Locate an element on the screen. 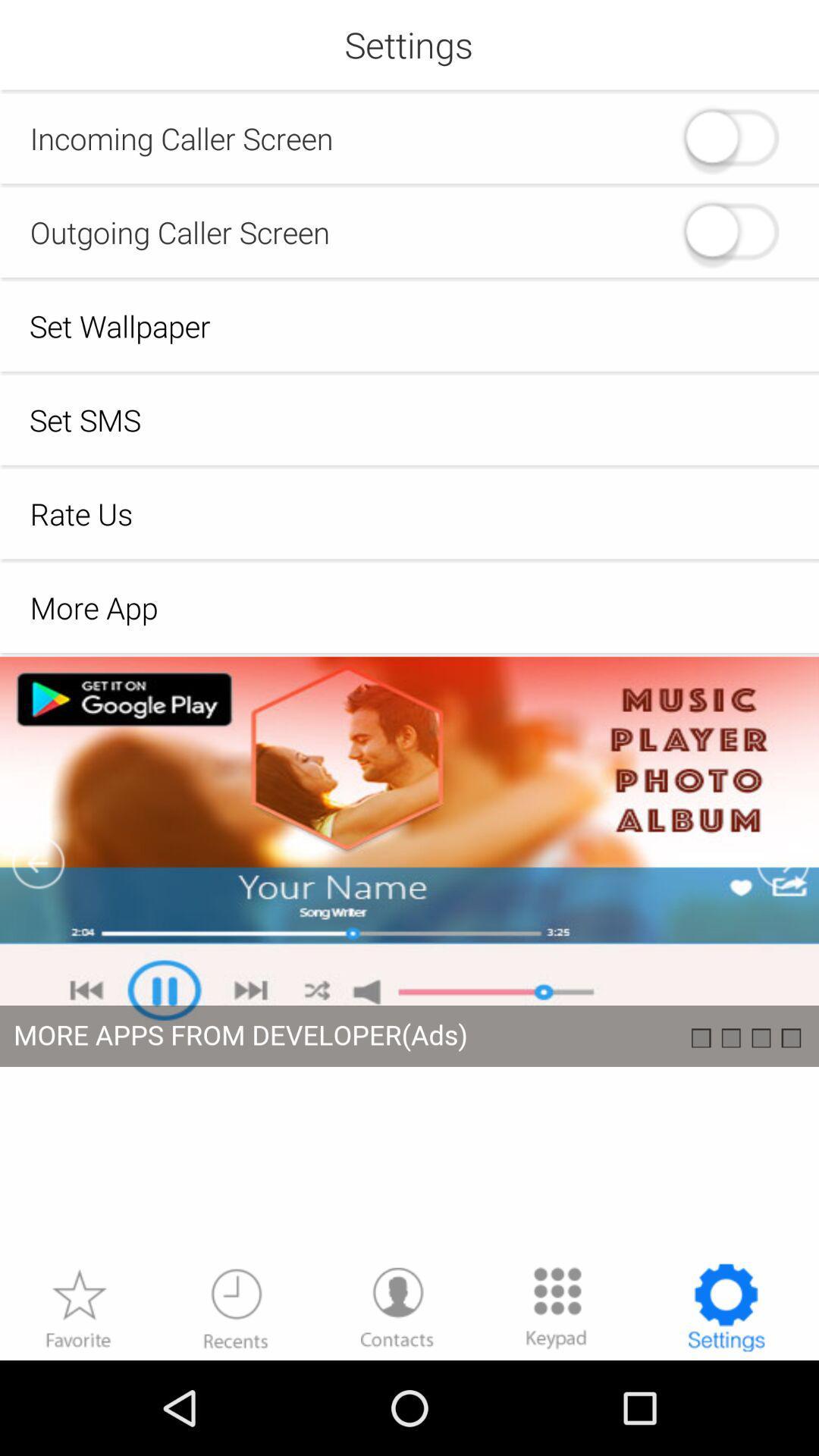 This screenshot has width=819, height=1456. recent history is located at coordinates (236, 1307).